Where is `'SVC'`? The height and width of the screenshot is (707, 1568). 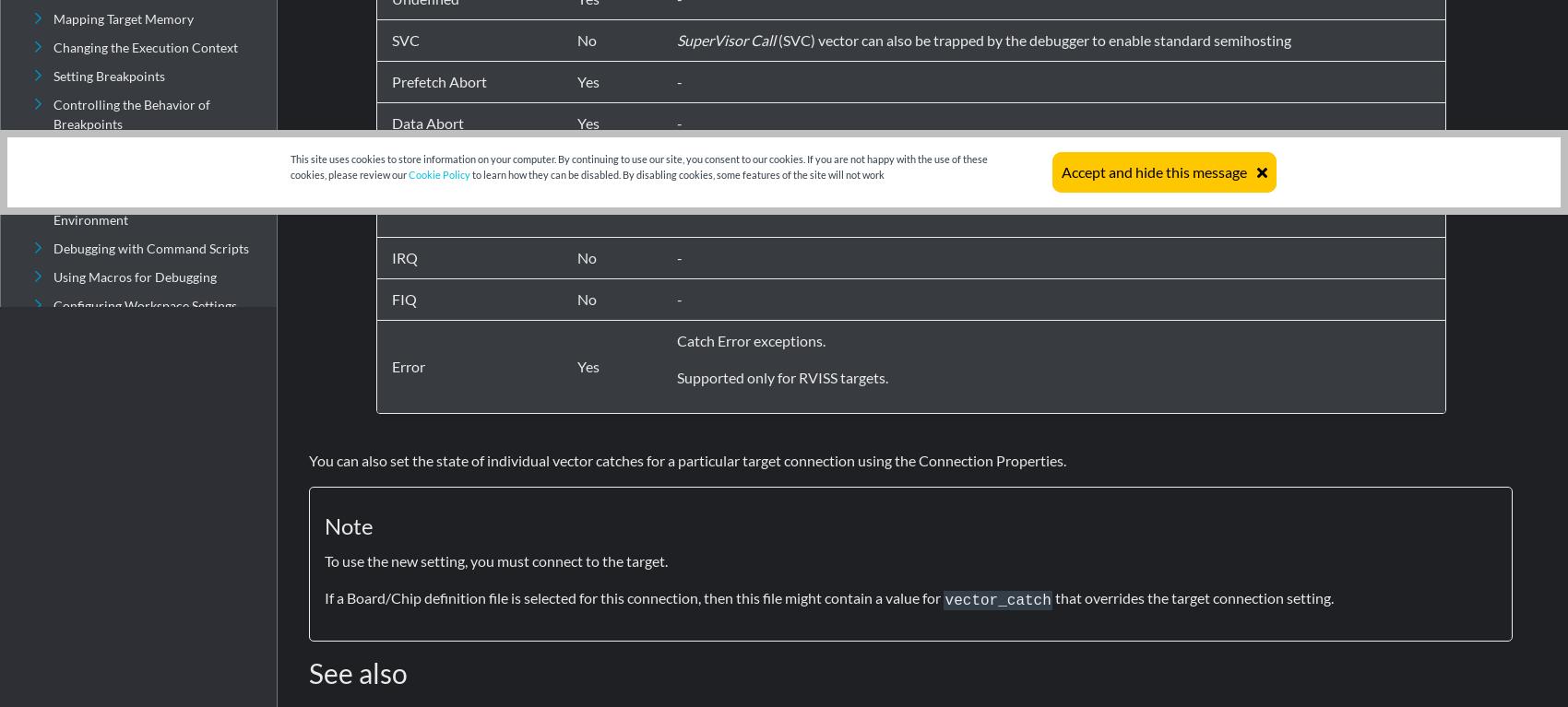 'SVC' is located at coordinates (404, 39).